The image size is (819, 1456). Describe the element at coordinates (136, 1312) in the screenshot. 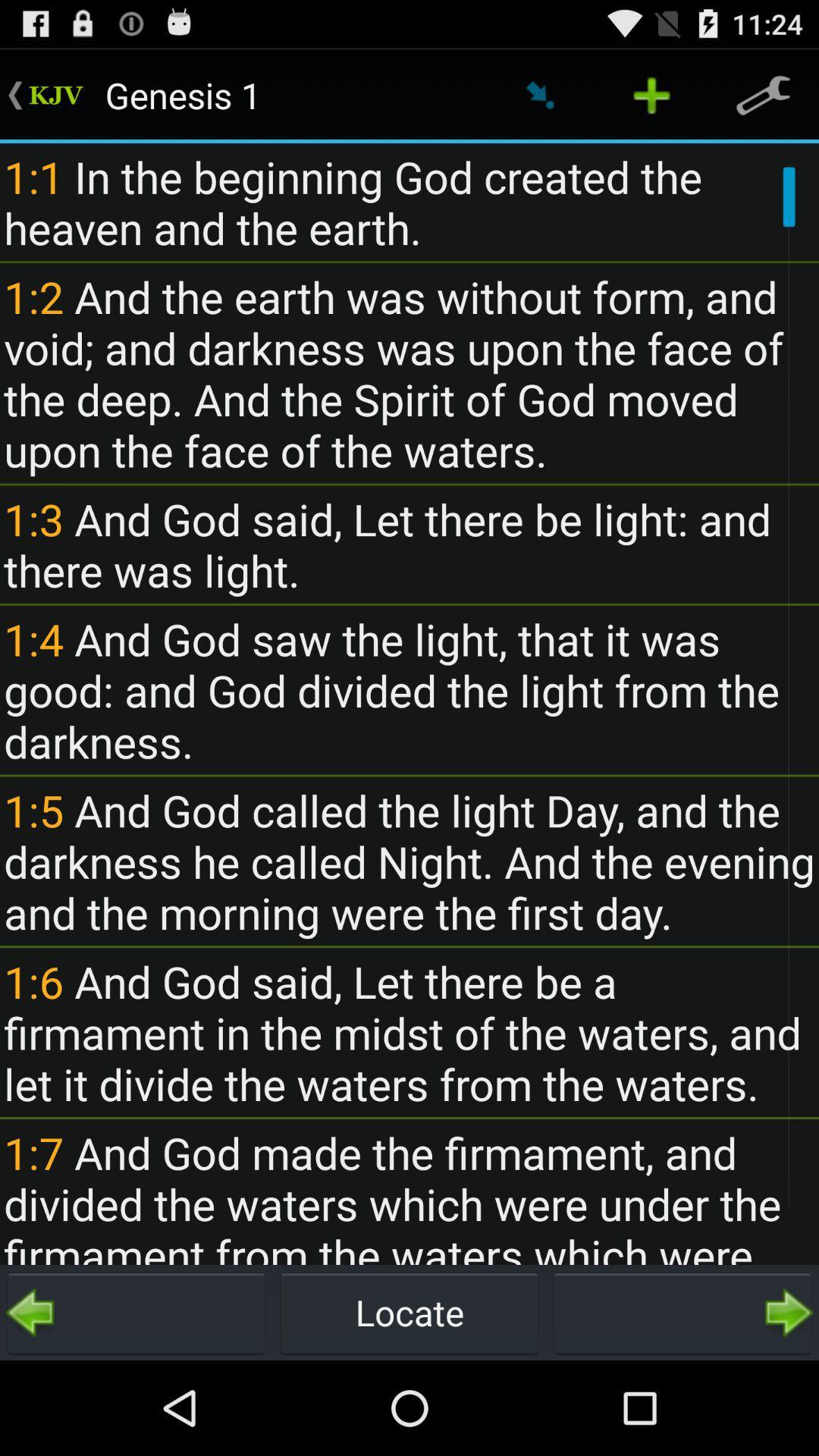

I see `icon to the left of the locate item` at that location.